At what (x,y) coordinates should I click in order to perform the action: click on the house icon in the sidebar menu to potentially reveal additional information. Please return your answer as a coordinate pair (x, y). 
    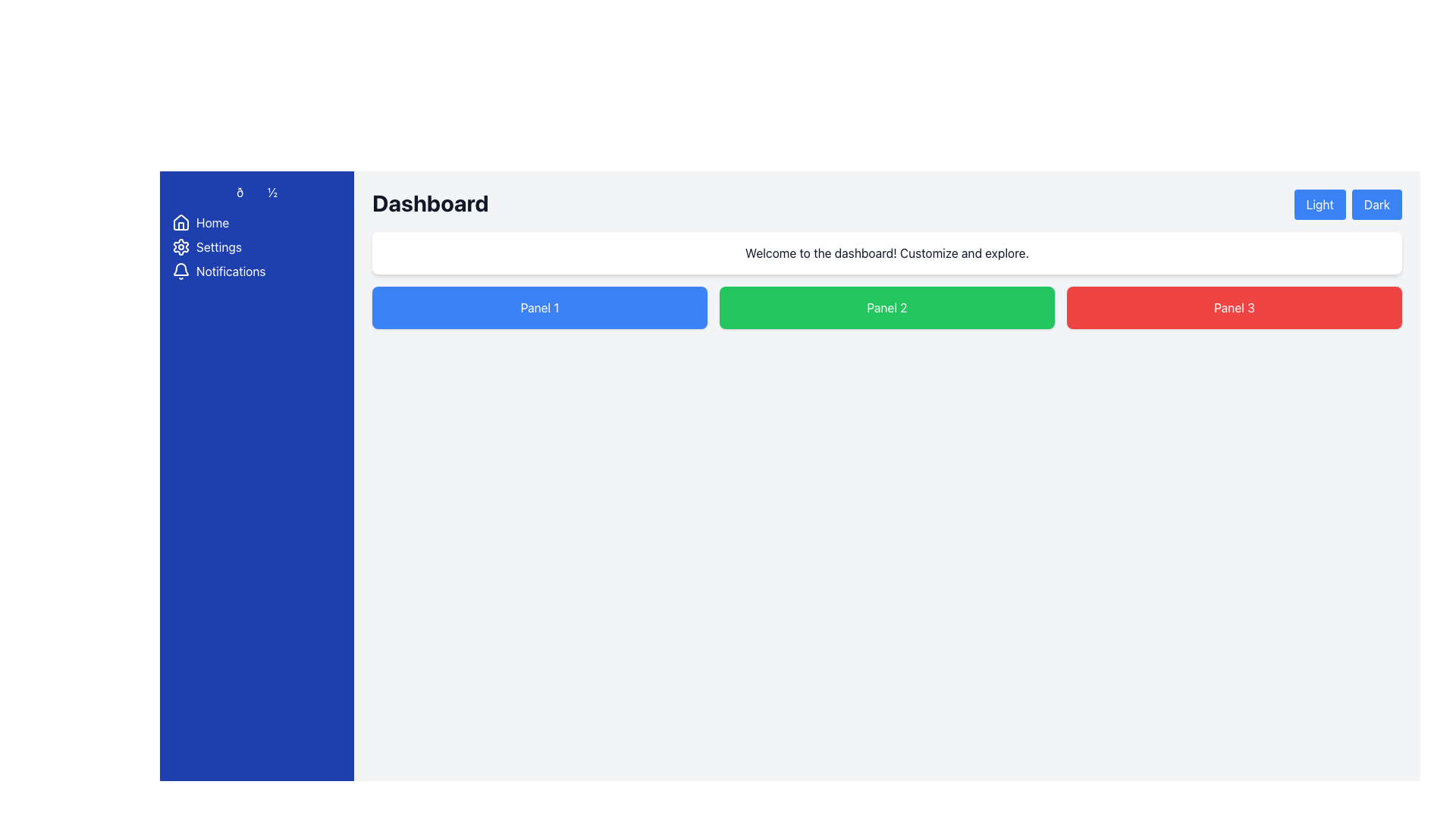
    Looking at the image, I should click on (181, 222).